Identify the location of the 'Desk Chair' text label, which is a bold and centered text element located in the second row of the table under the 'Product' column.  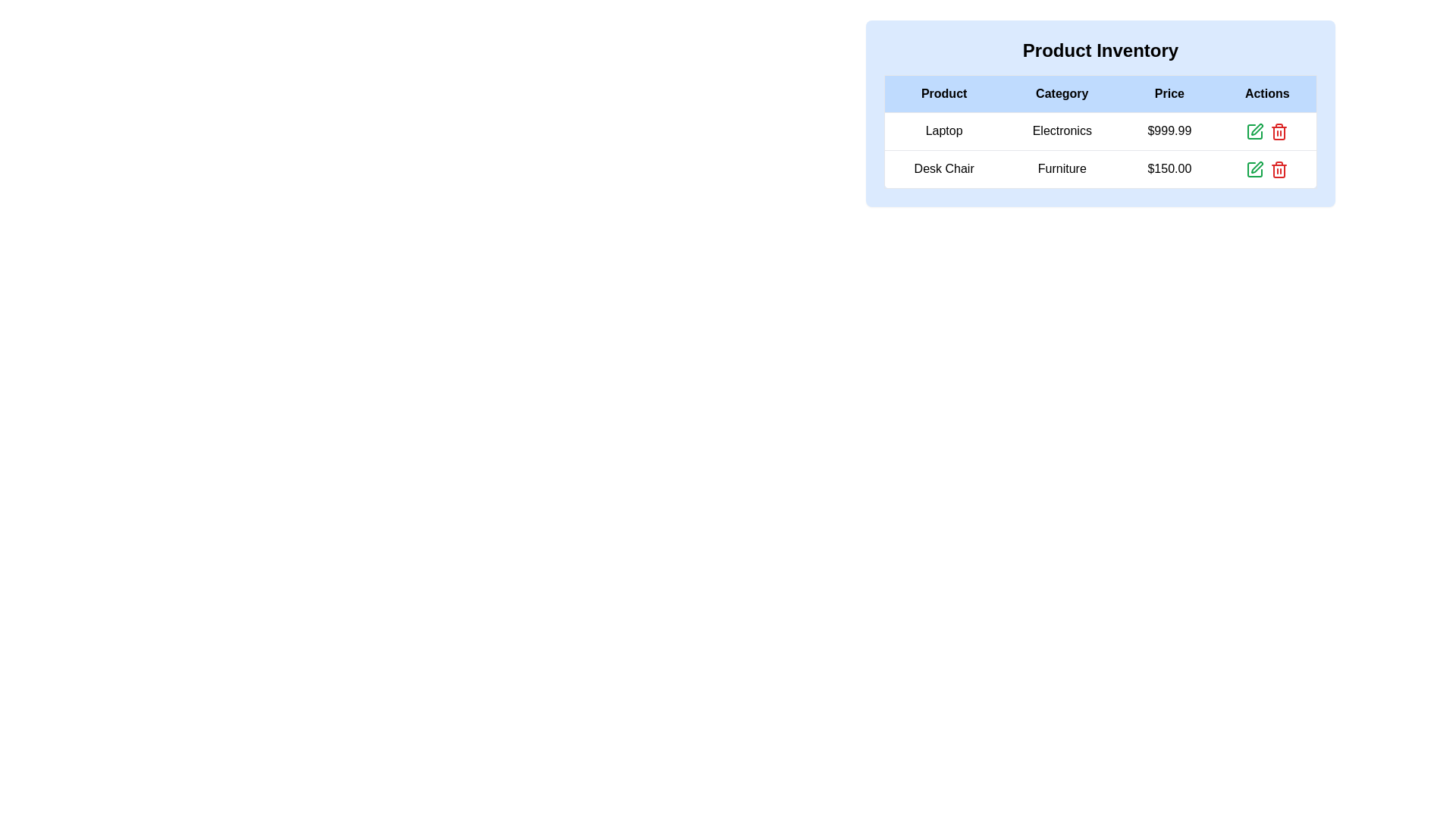
(943, 169).